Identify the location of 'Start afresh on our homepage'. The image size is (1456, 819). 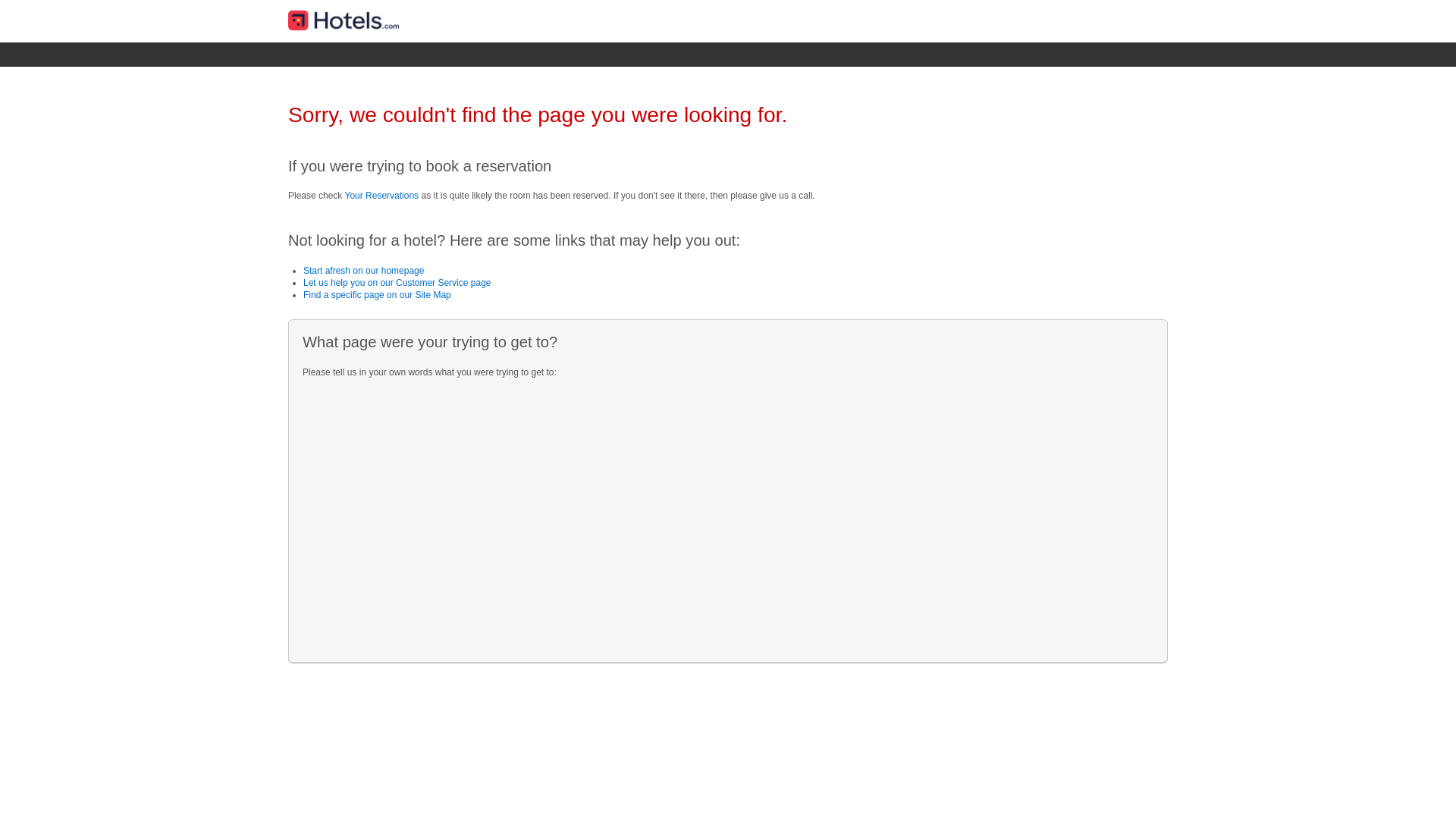
(362, 270).